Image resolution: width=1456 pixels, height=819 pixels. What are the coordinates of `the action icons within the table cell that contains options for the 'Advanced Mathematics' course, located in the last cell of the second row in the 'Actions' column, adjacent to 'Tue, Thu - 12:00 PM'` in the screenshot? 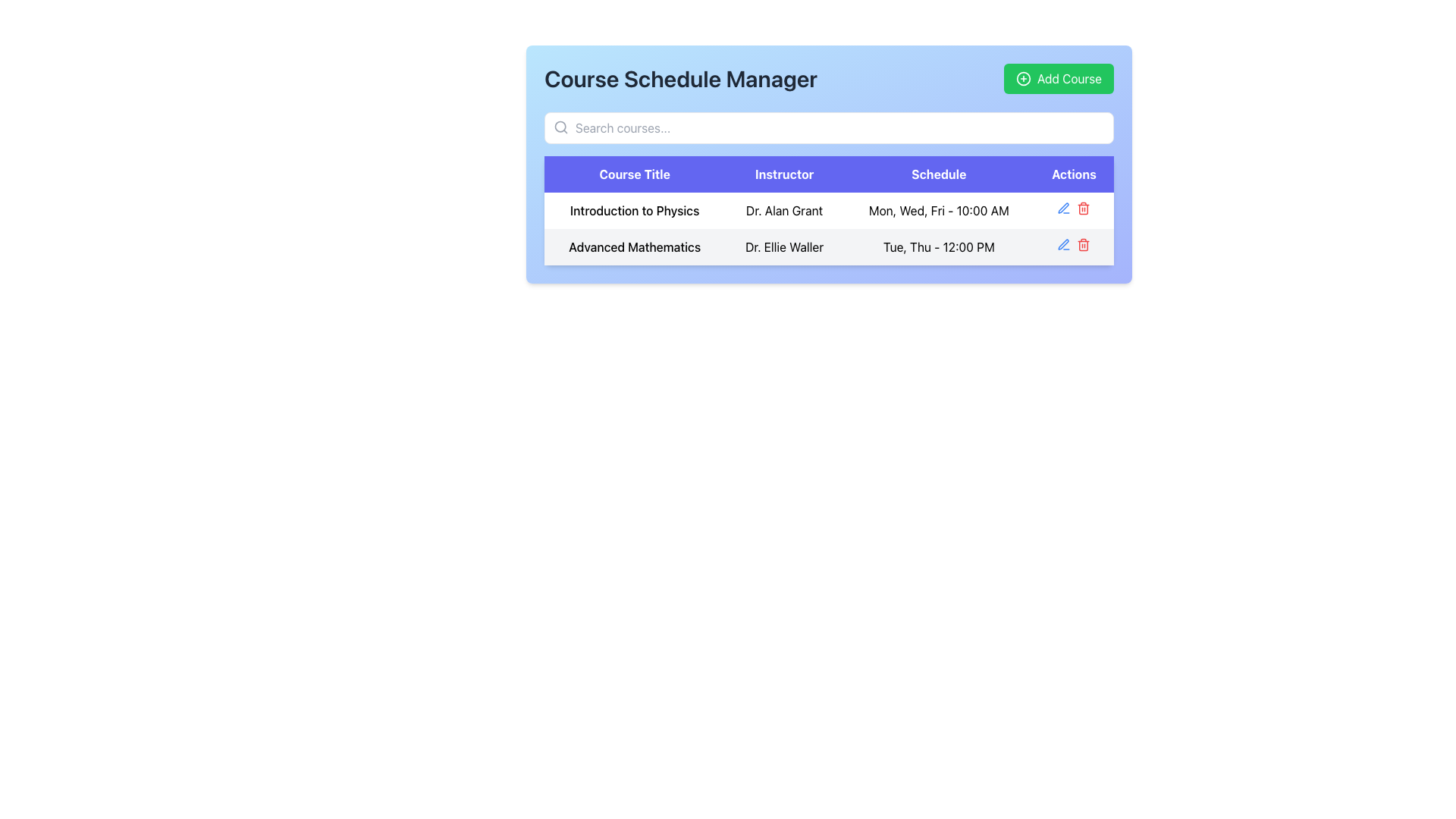 It's located at (1073, 246).